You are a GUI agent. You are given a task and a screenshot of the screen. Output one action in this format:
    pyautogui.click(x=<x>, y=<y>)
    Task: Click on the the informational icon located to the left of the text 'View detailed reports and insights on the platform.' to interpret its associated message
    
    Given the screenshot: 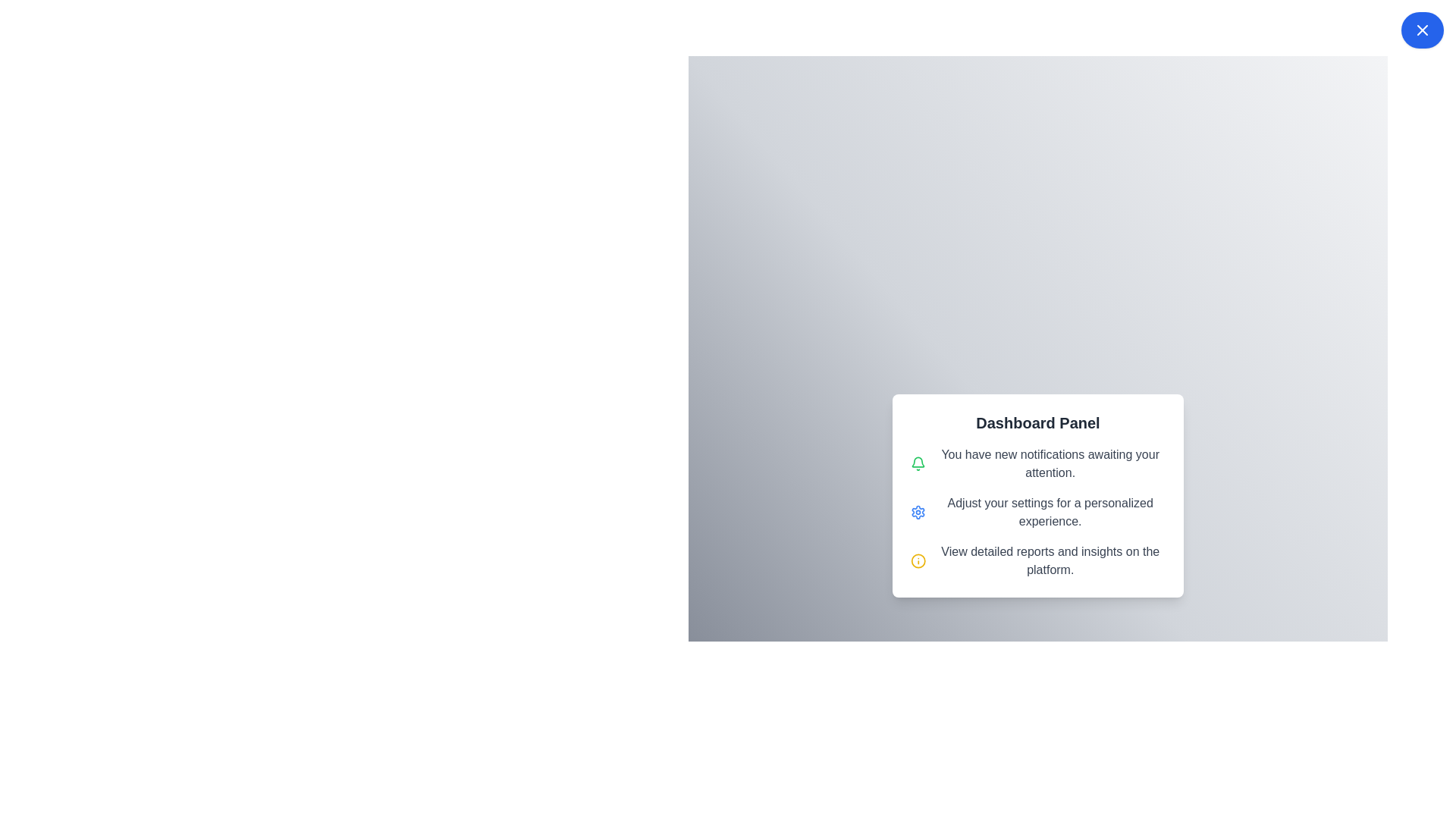 What is the action you would take?
    pyautogui.click(x=918, y=561)
    